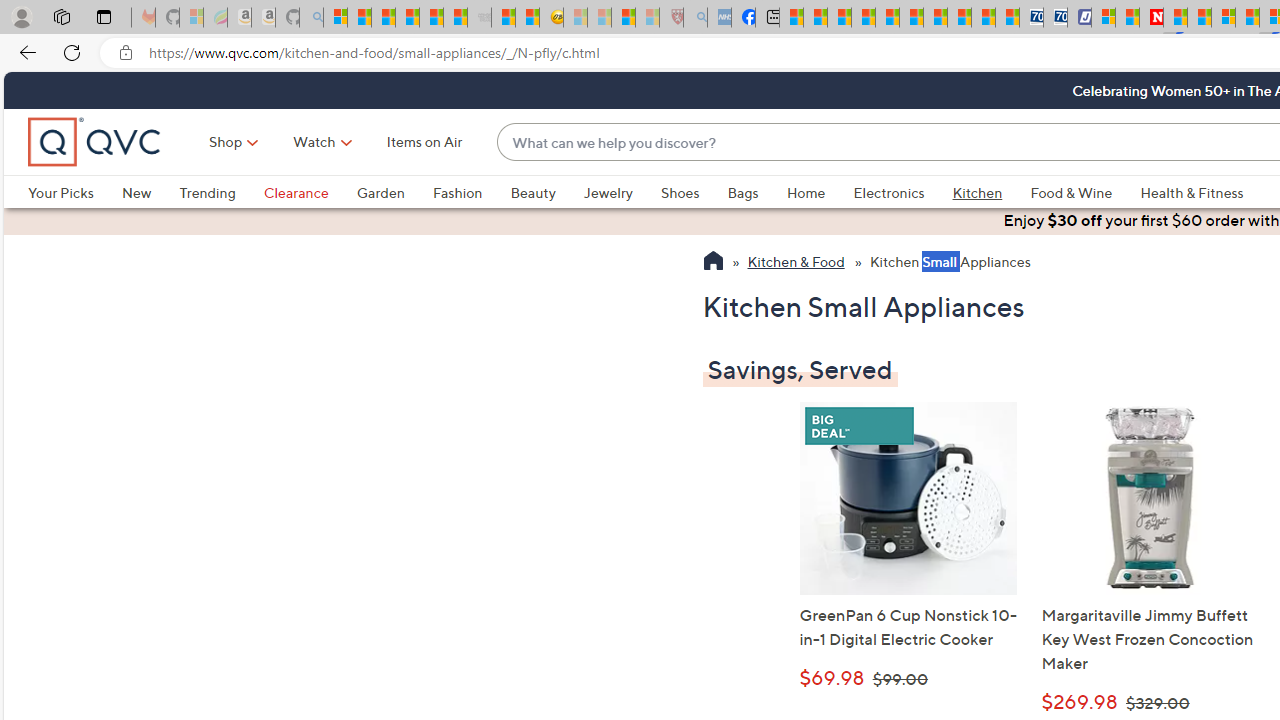 The image size is (1280, 720). Describe the element at coordinates (694, 192) in the screenshot. I see `'Shoes'` at that location.